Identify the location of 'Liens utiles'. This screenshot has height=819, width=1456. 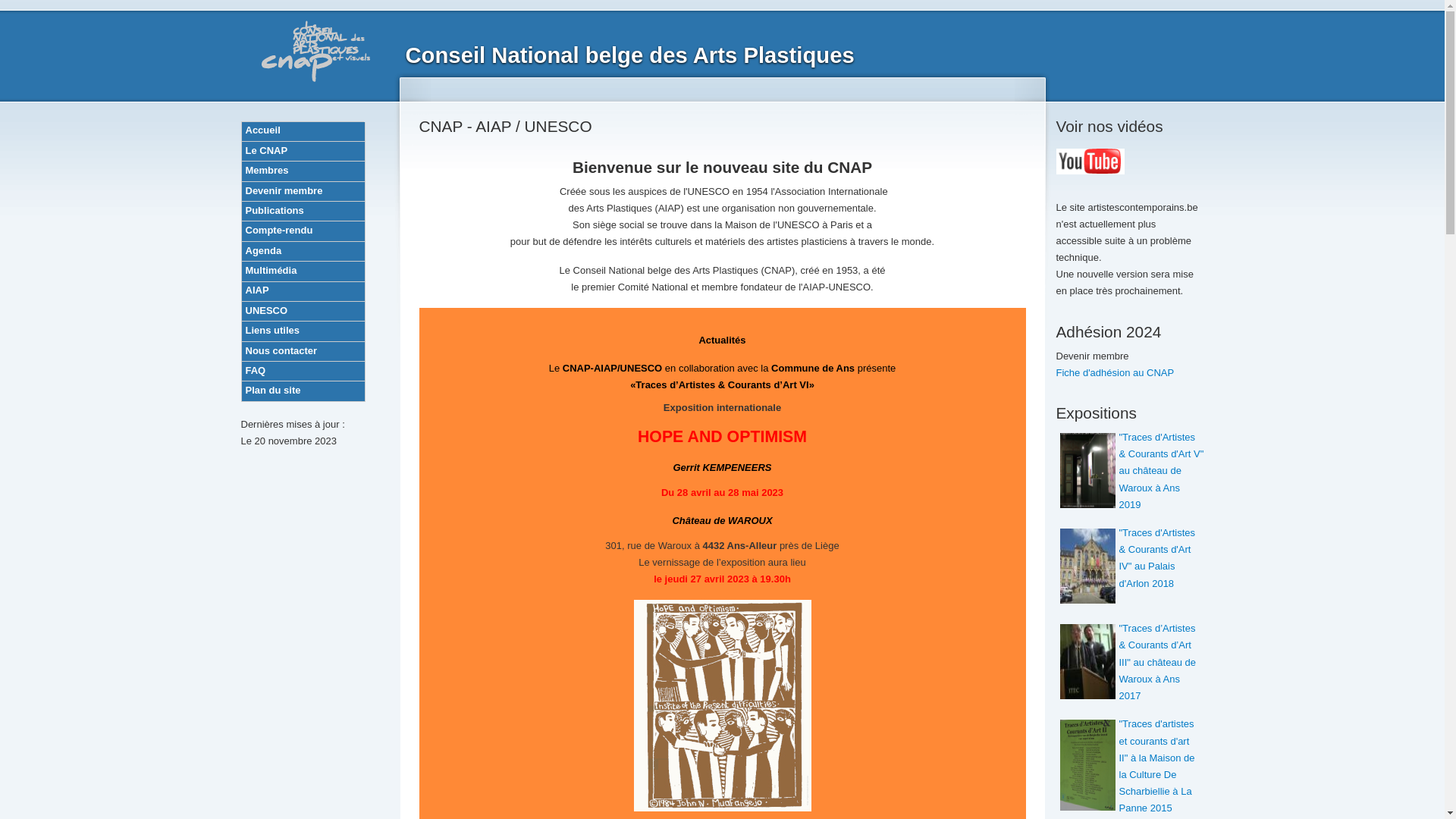
(303, 329).